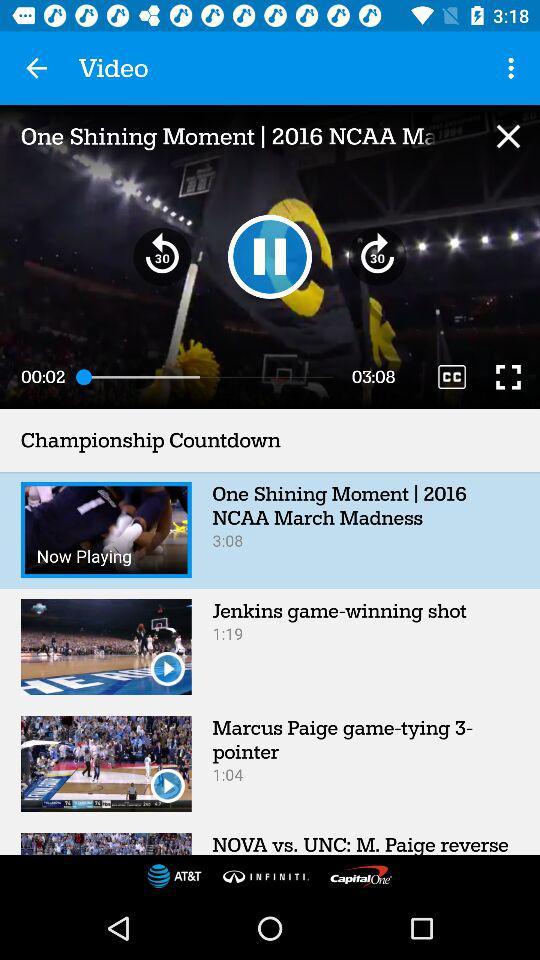 The width and height of the screenshot is (540, 960). What do you see at coordinates (377, 255) in the screenshot?
I see `go forward 30 seconds` at bounding box center [377, 255].